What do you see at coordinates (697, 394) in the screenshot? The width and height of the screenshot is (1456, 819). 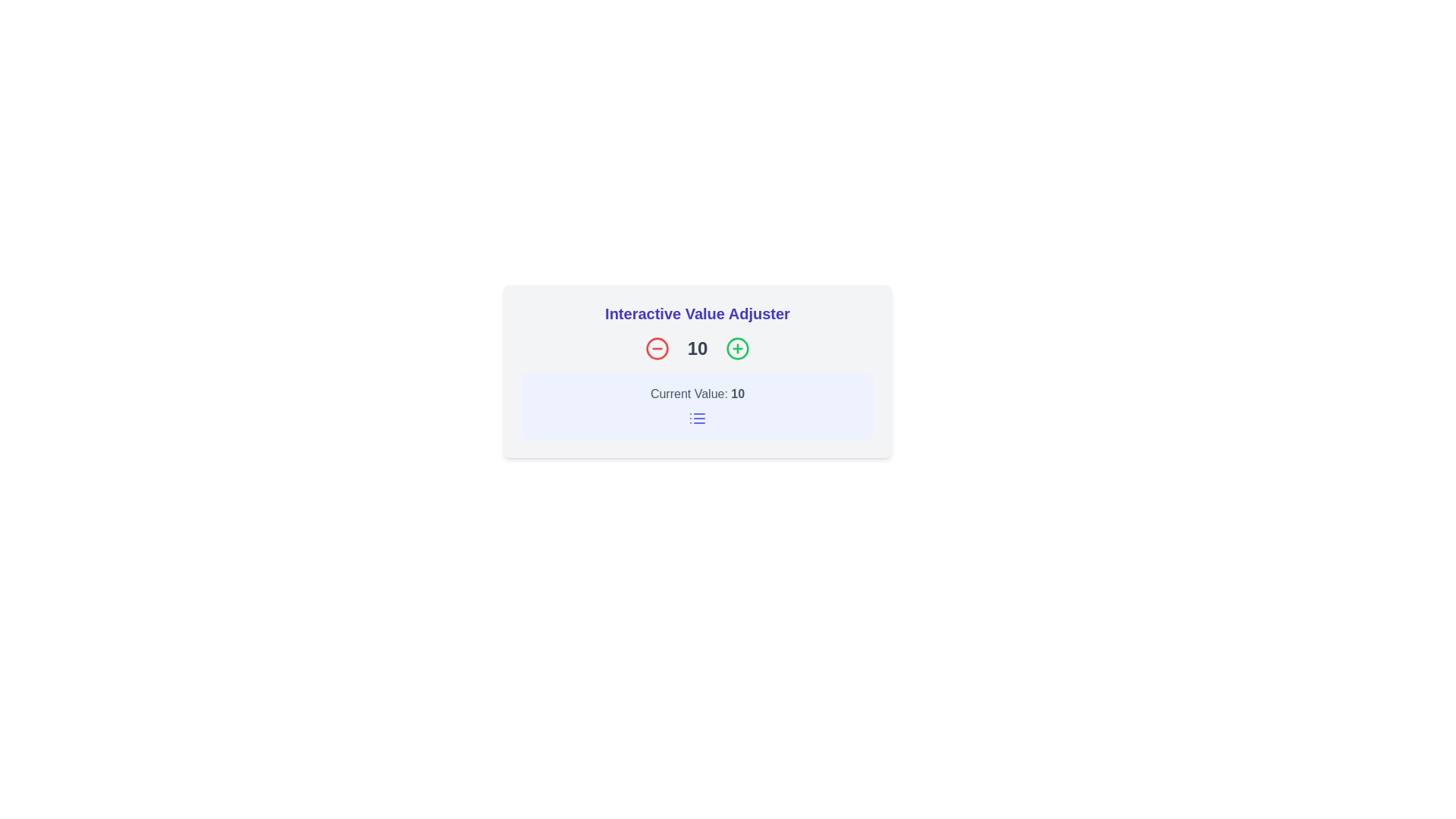 I see `the static text display that shows the current value associated with the numeric adjuster, located in the middle section of the card-like component` at bounding box center [697, 394].